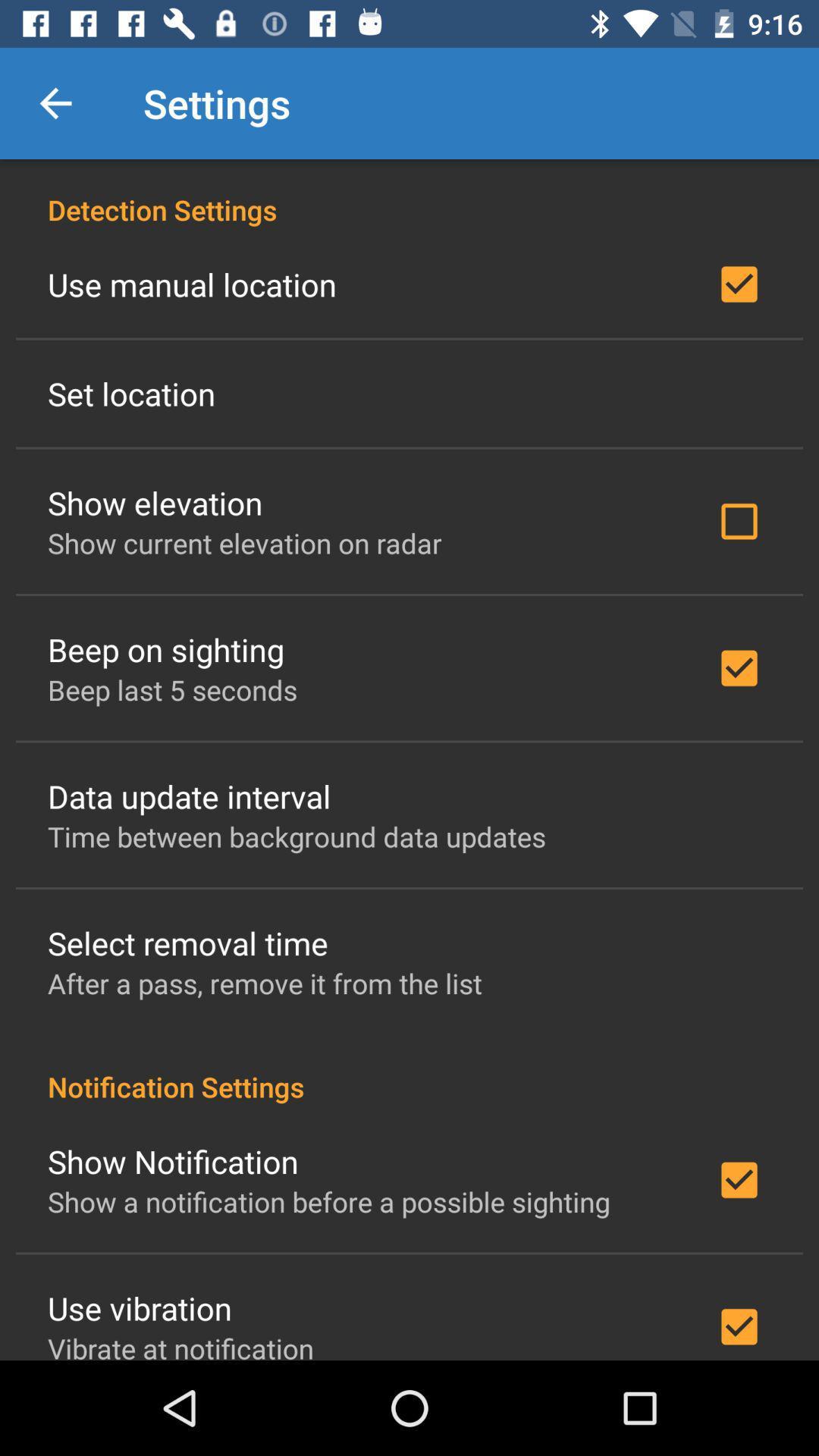  I want to click on item to the left of the settings icon, so click(55, 102).